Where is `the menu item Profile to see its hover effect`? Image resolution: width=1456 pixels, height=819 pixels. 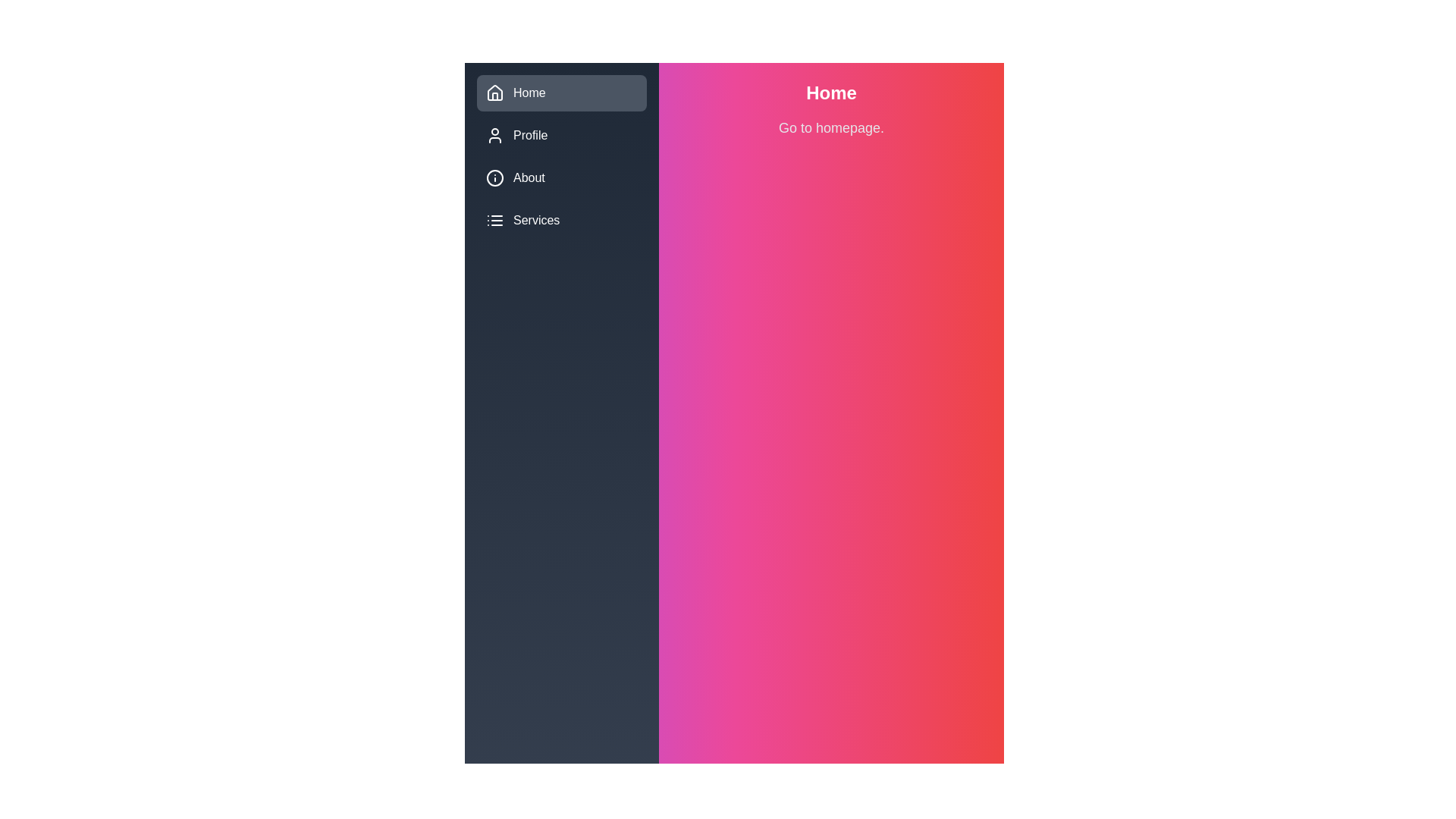
the menu item Profile to see its hover effect is located at coordinates (560, 134).